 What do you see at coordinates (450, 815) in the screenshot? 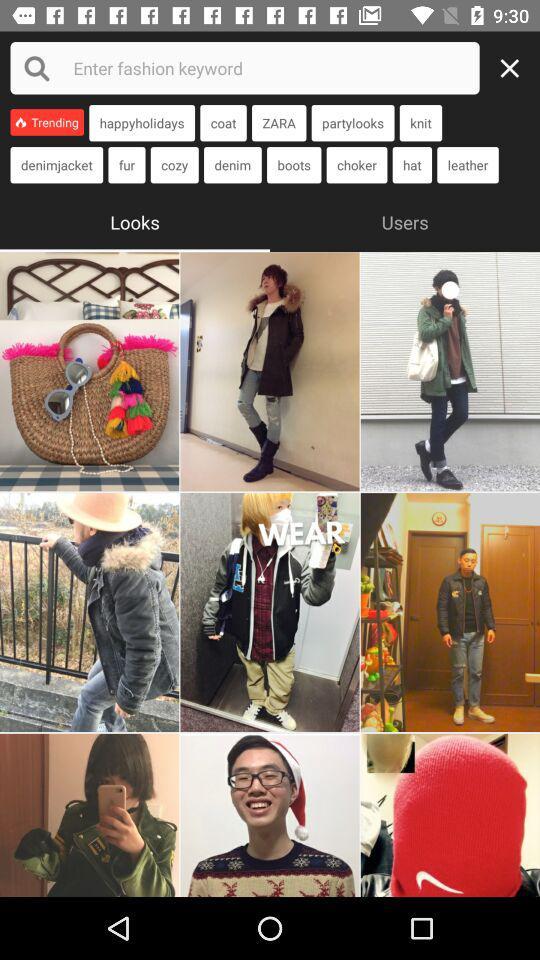
I see `this thumbnail` at bounding box center [450, 815].